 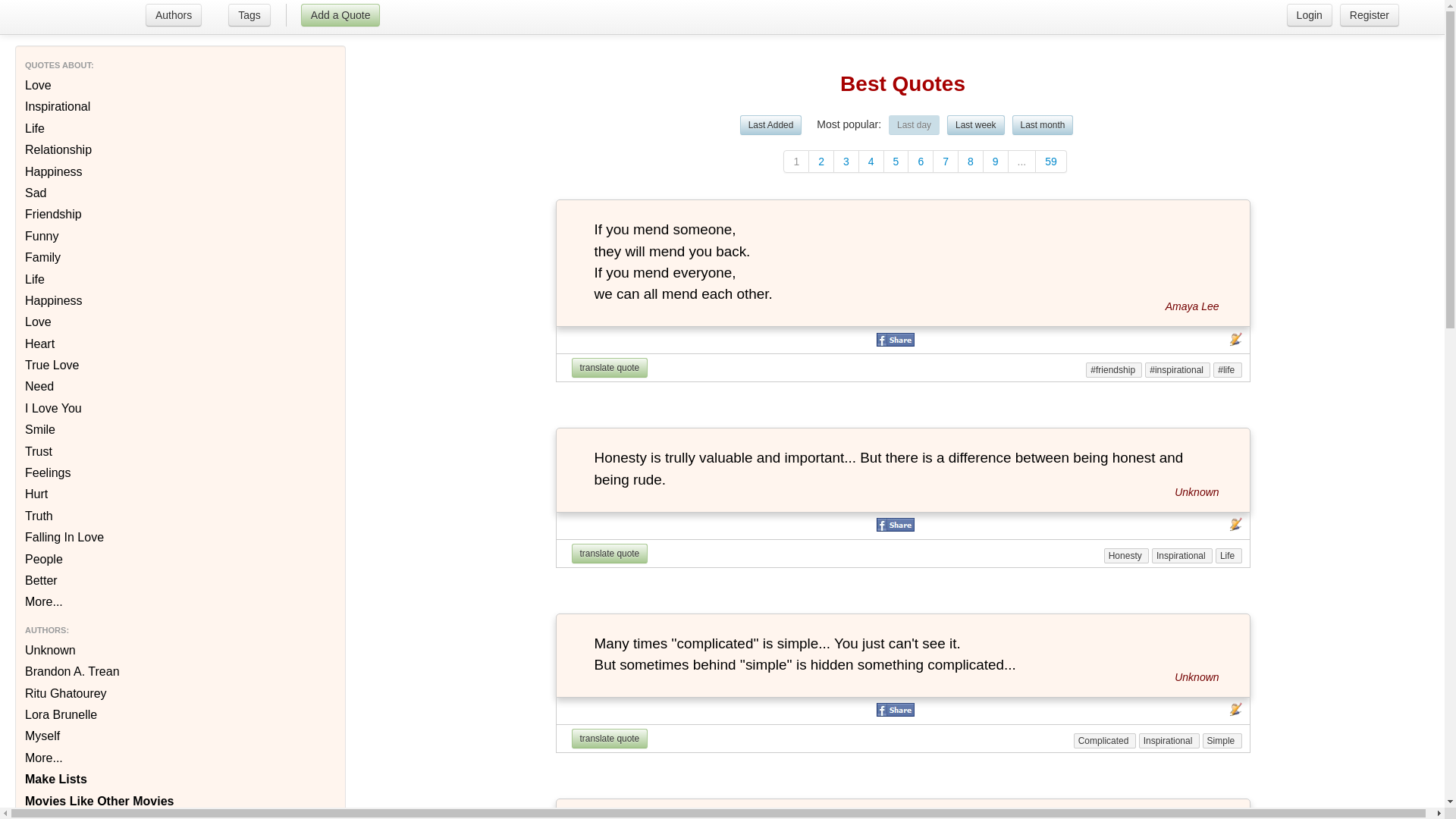 What do you see at coordinates (920, 161) in the screenshot?
I see `'6'` at bounding box center [920, 161].